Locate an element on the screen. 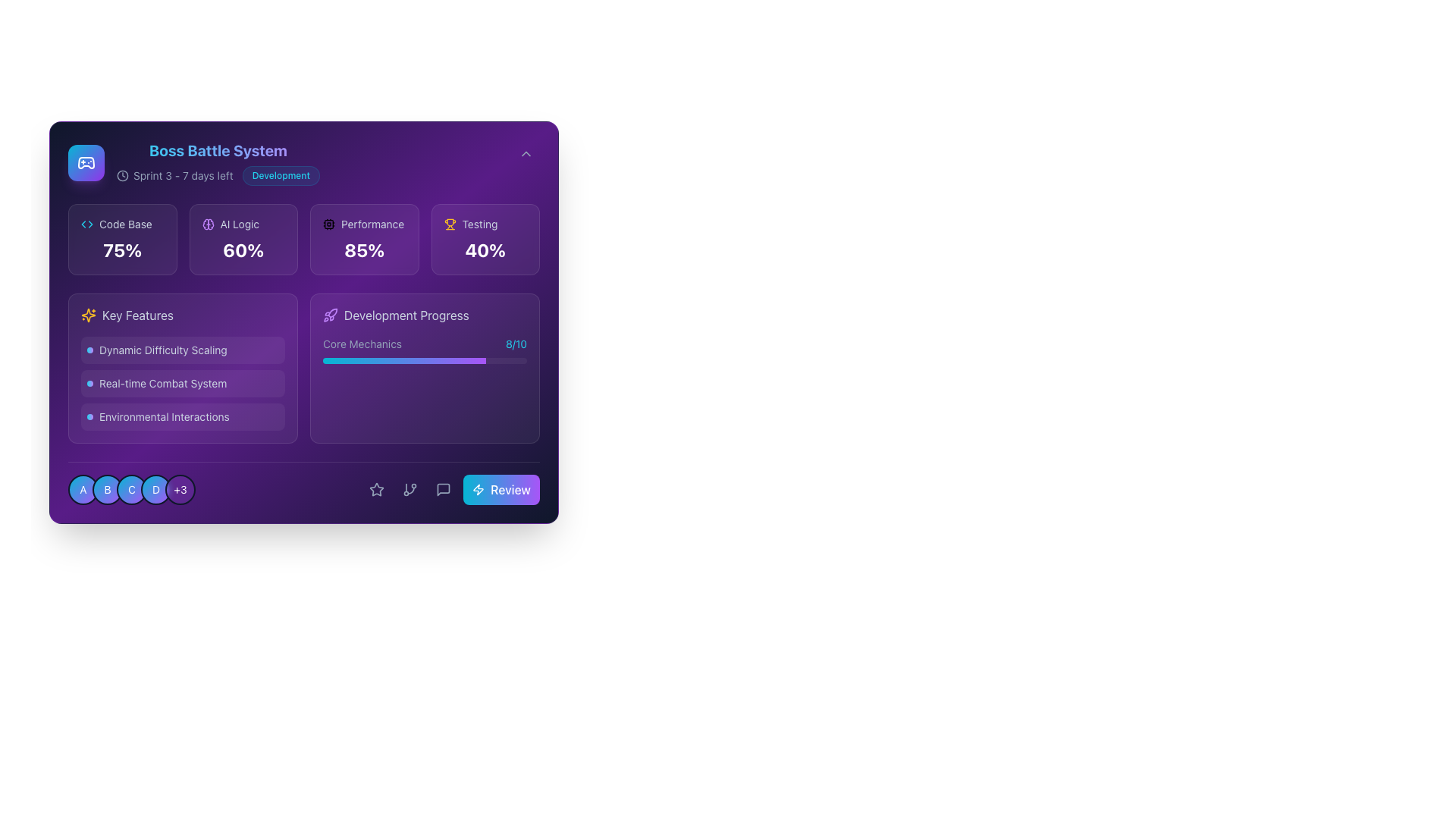 This screenshot has width=1456, height=819. the button located at the bottom-right edge of the purple card-like section is located at coordinates (501, 489).